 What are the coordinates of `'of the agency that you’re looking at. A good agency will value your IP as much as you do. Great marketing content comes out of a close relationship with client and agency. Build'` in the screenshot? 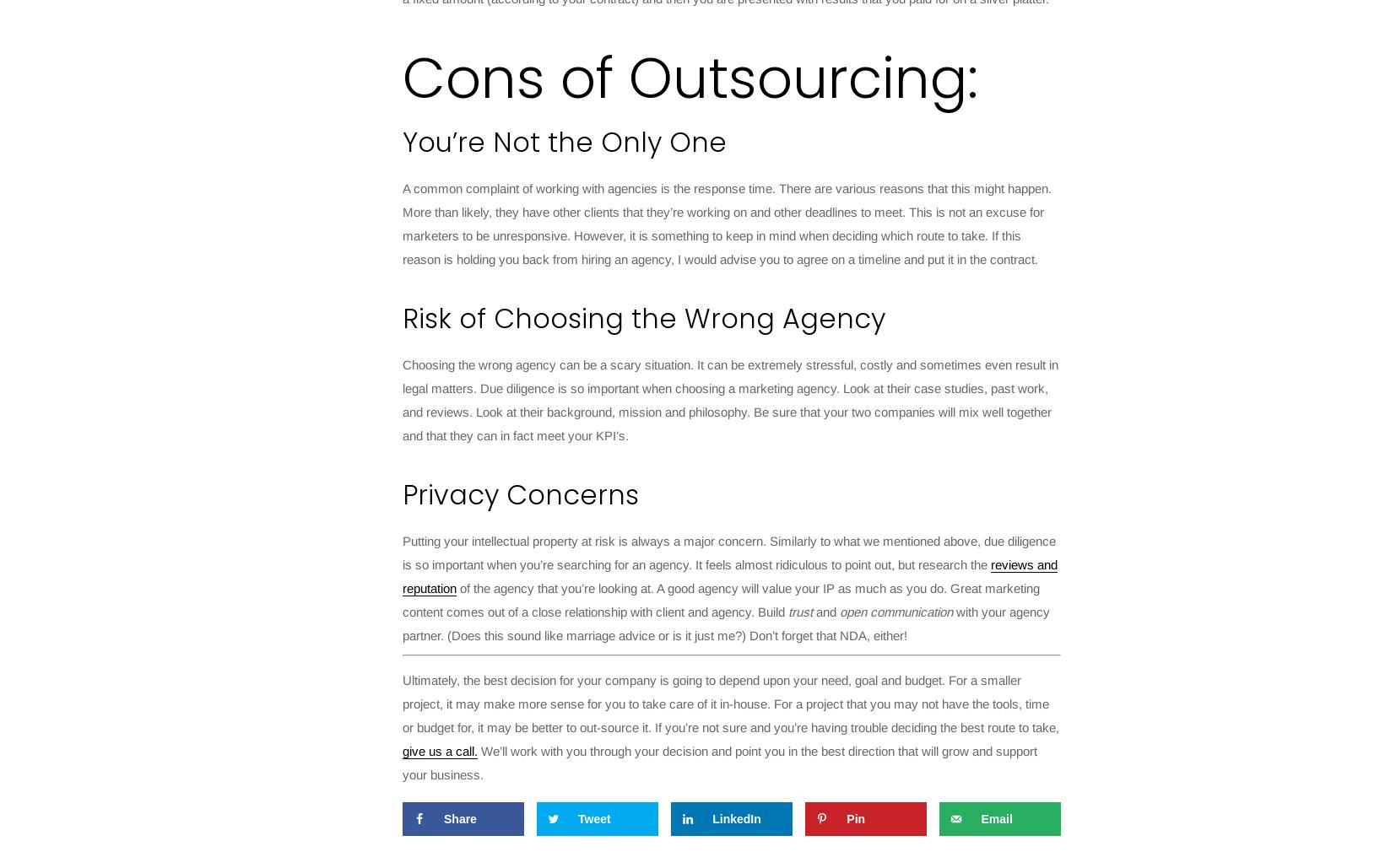 It's located at (720, 599).